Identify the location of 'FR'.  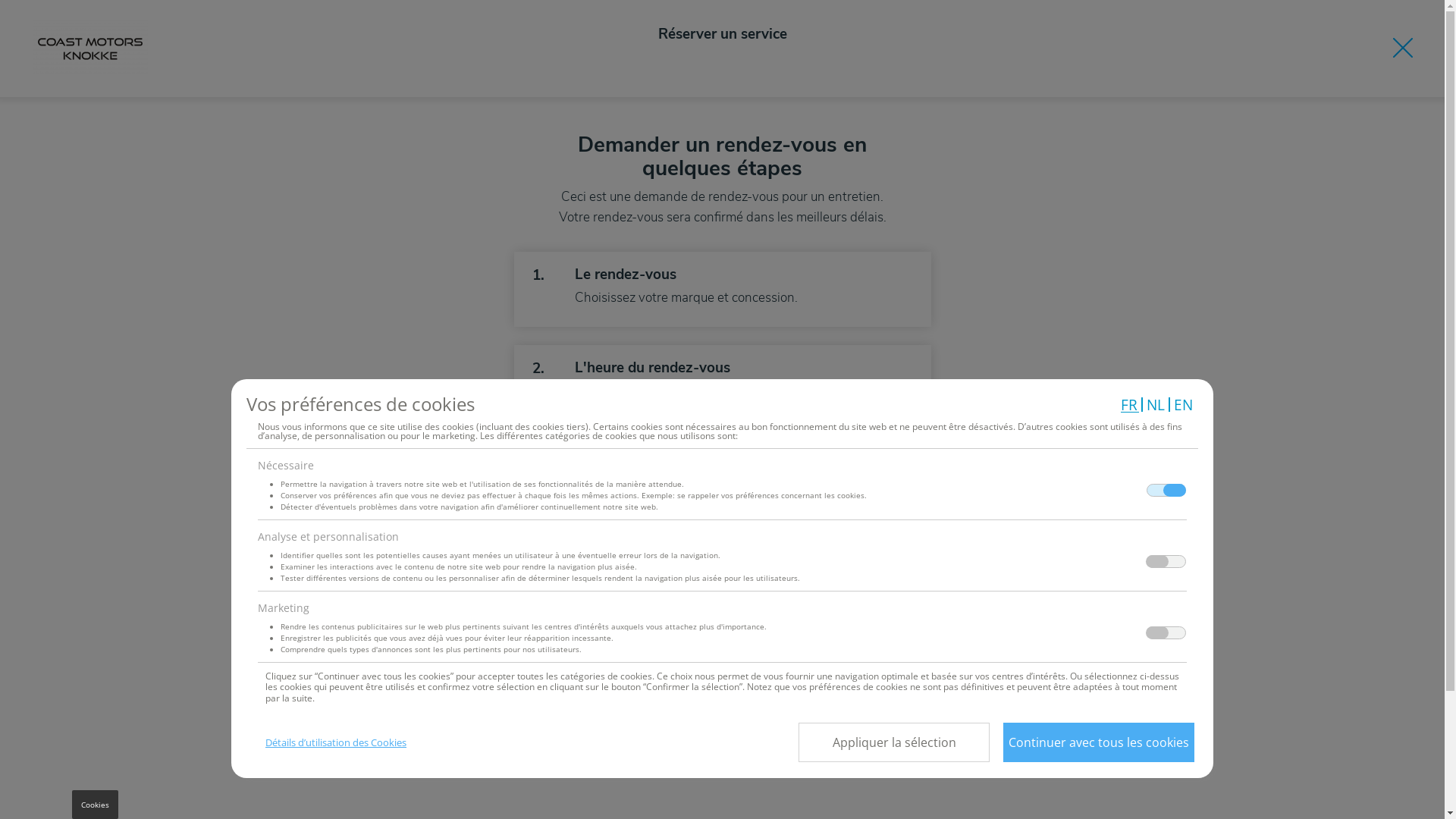
(1129, 403).